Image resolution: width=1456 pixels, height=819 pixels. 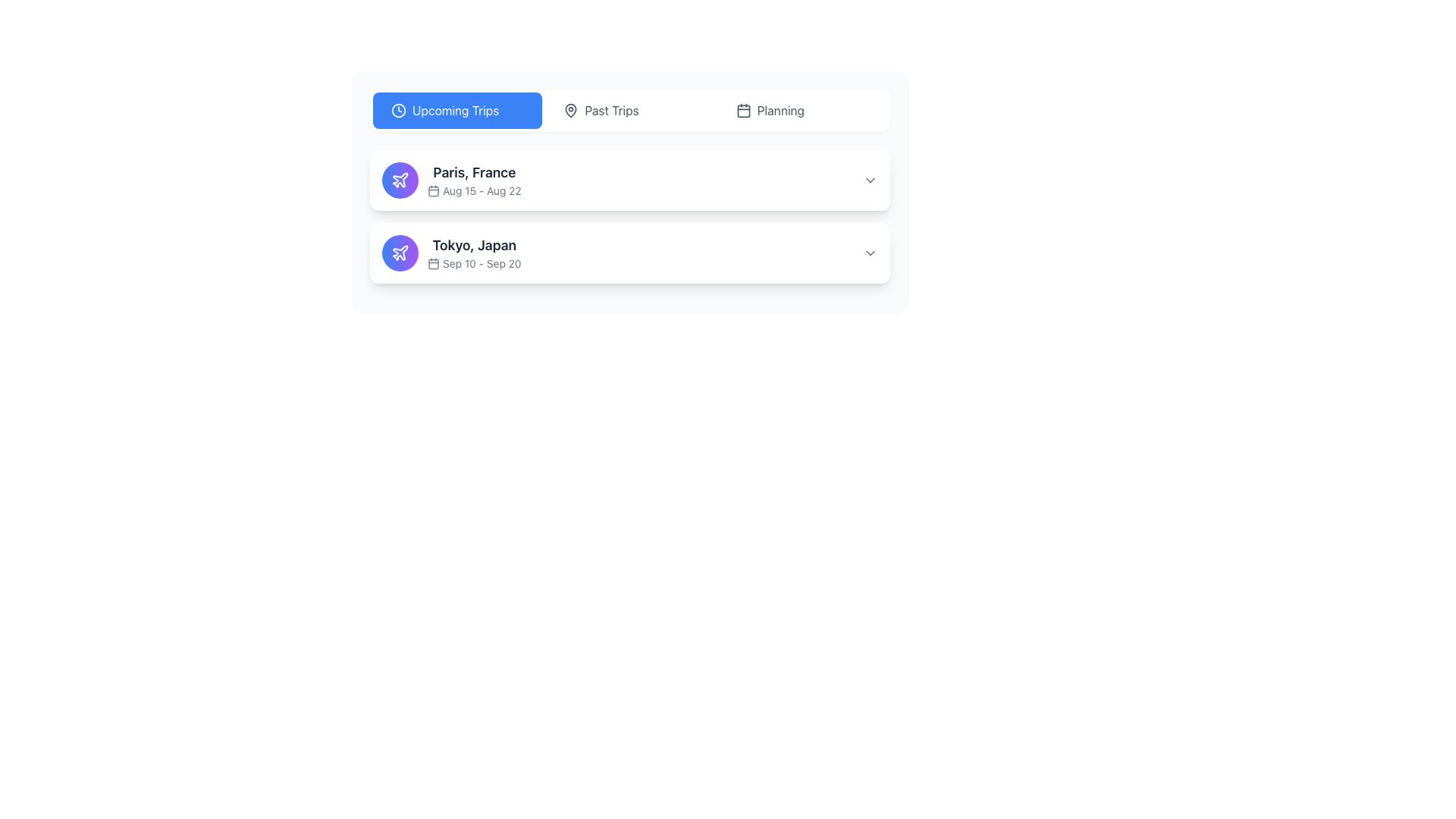 What do you see at coordinates (400, 180) in the screenshot?
I see `the flight/travel icon associated with the second trip entry (Tokyo, Japan) in the list of upcoming trips by moving the cursor to its center point` at bounding box center [400, 180].